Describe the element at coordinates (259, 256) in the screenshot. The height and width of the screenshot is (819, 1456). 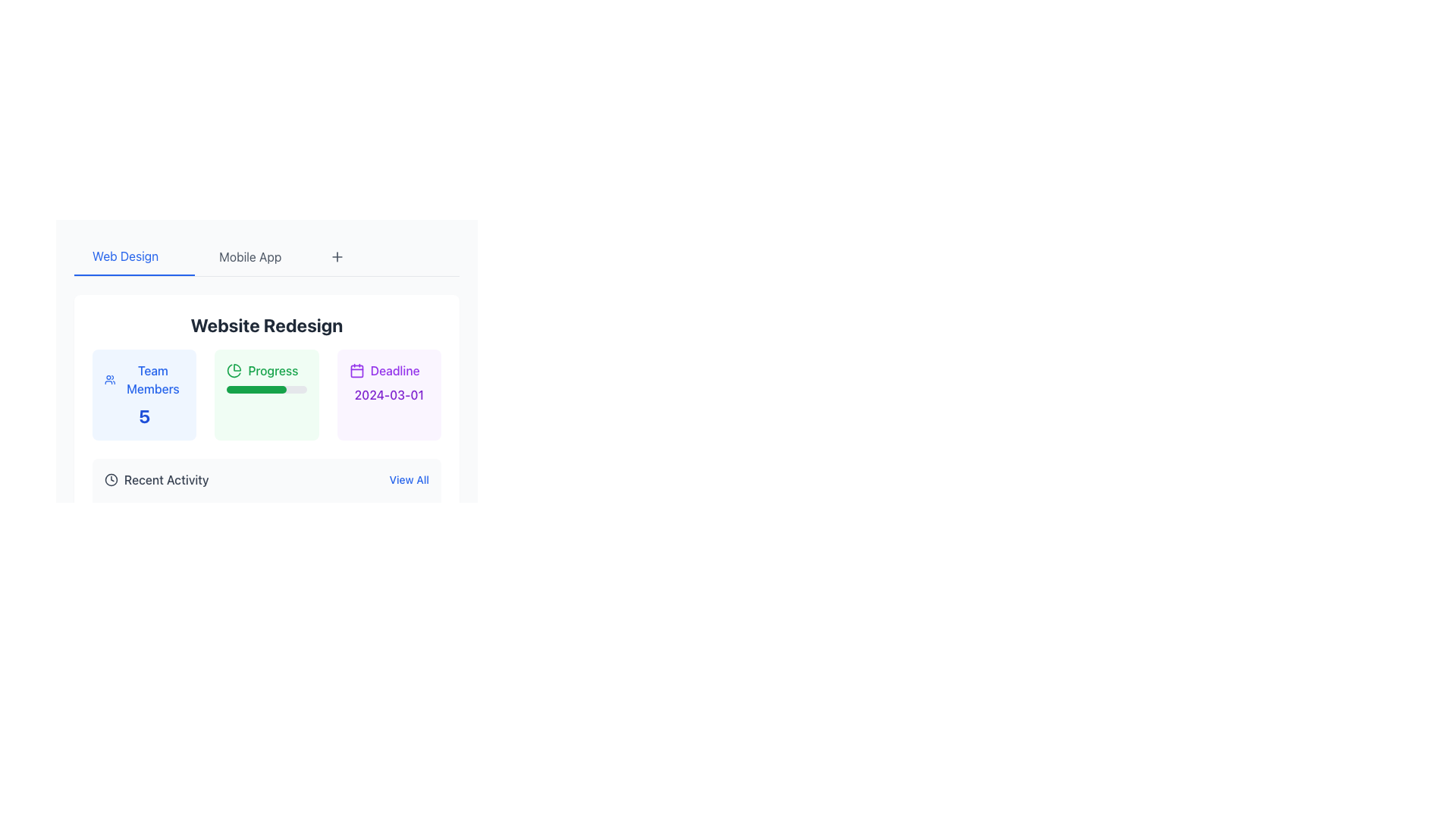
I see `the 'Mobile App' tab, which is styled with gray text and is positioned between the 'Web Design' tab and a '+' action button` at that location.